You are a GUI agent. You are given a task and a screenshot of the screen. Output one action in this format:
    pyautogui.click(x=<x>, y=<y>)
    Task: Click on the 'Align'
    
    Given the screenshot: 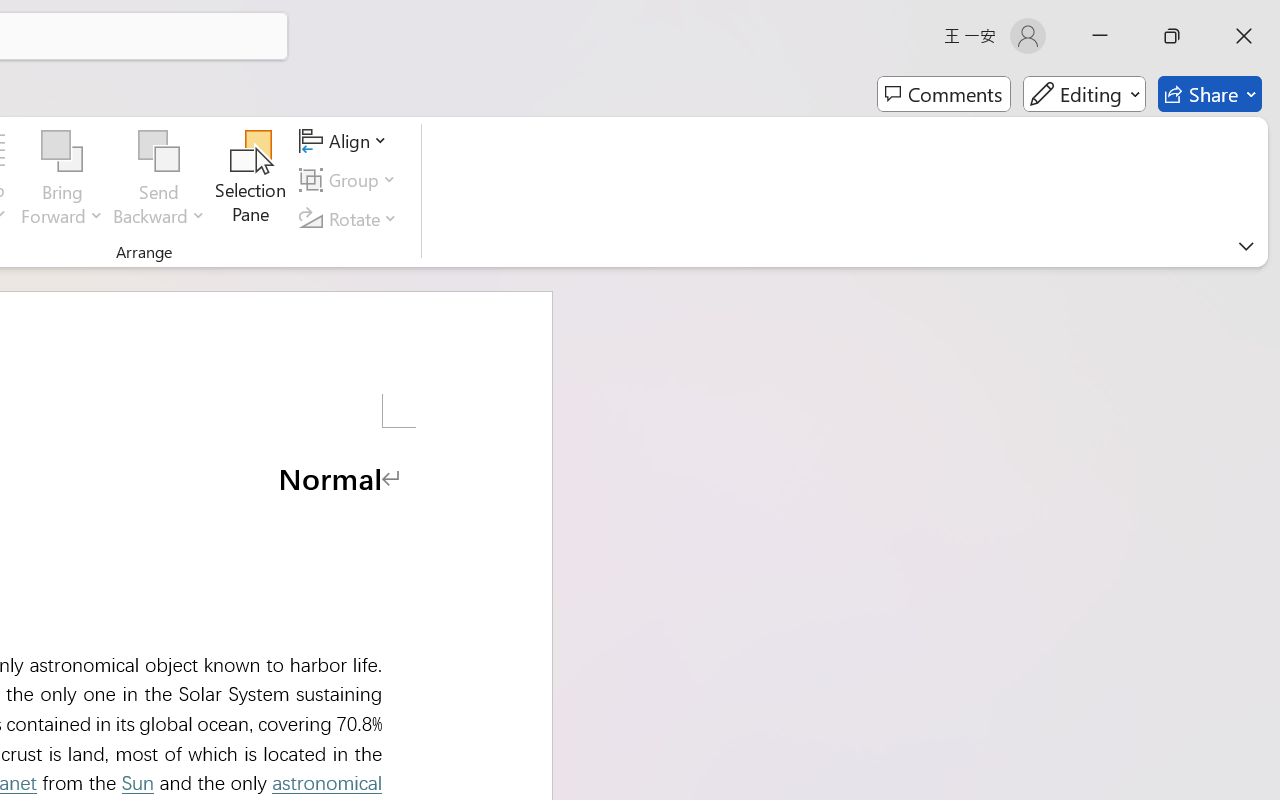 What is the action you would take?
    pyautogui.click(x=346, y=141)
    